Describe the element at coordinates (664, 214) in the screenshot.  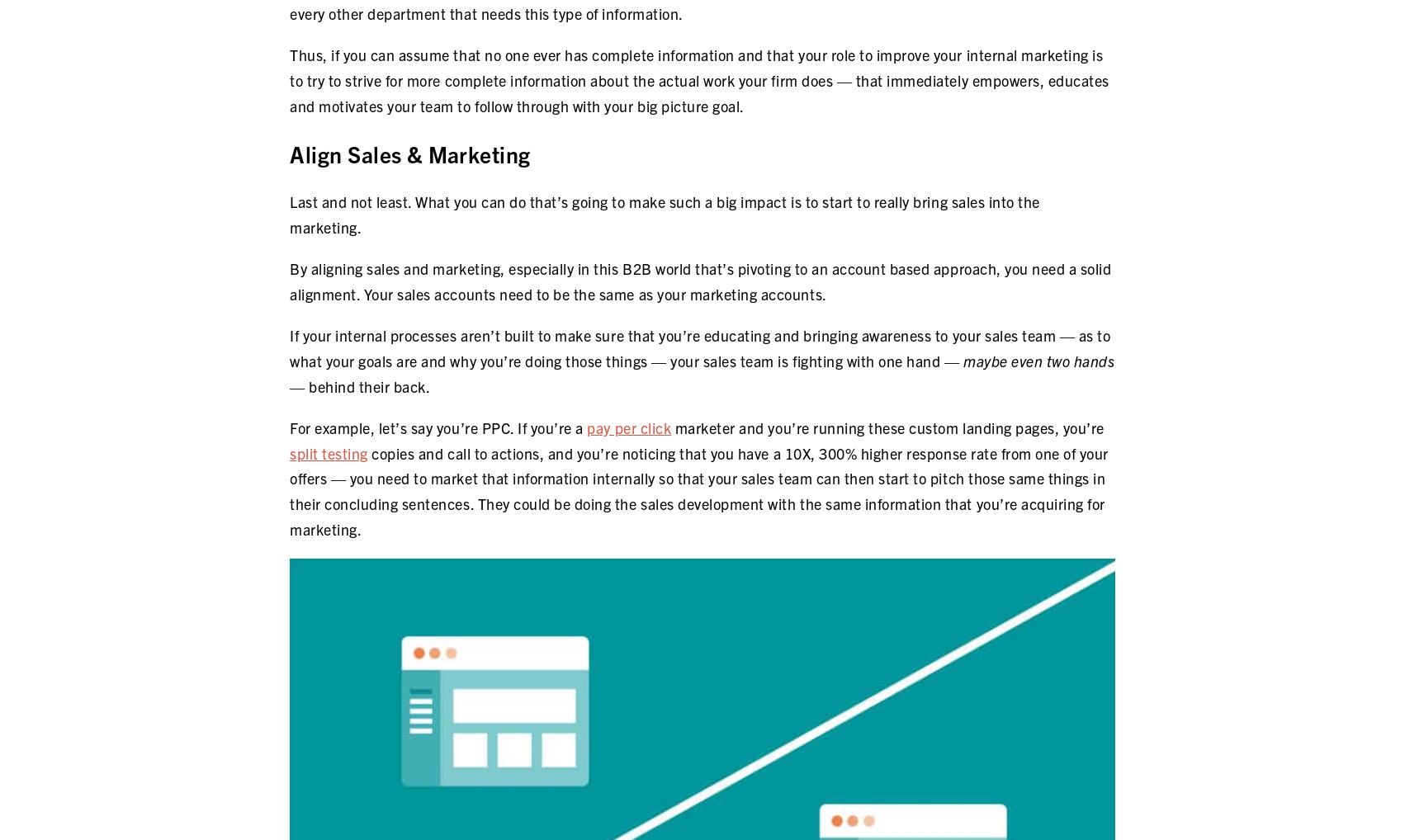
I see `'Last and not least. What you can do that’s going to make such a big impact is to start to really bring sales into the marketing.'` at that location.